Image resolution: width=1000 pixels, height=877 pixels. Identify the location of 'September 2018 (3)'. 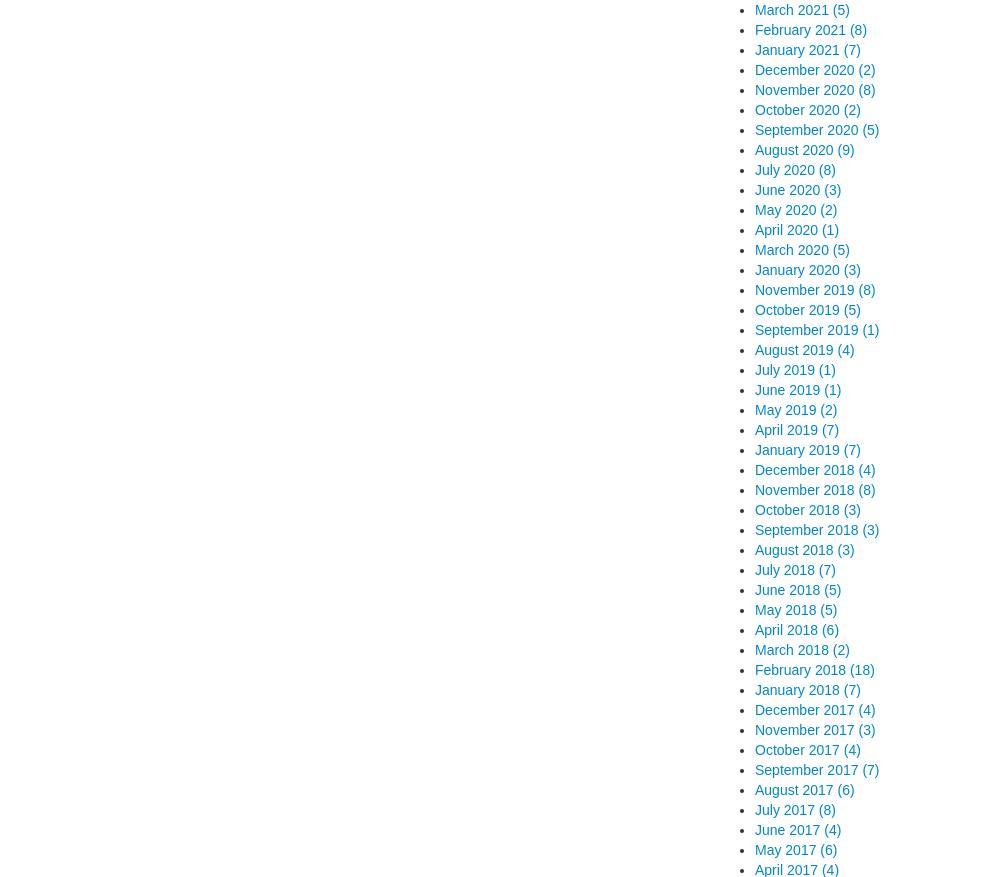
(816, 528).